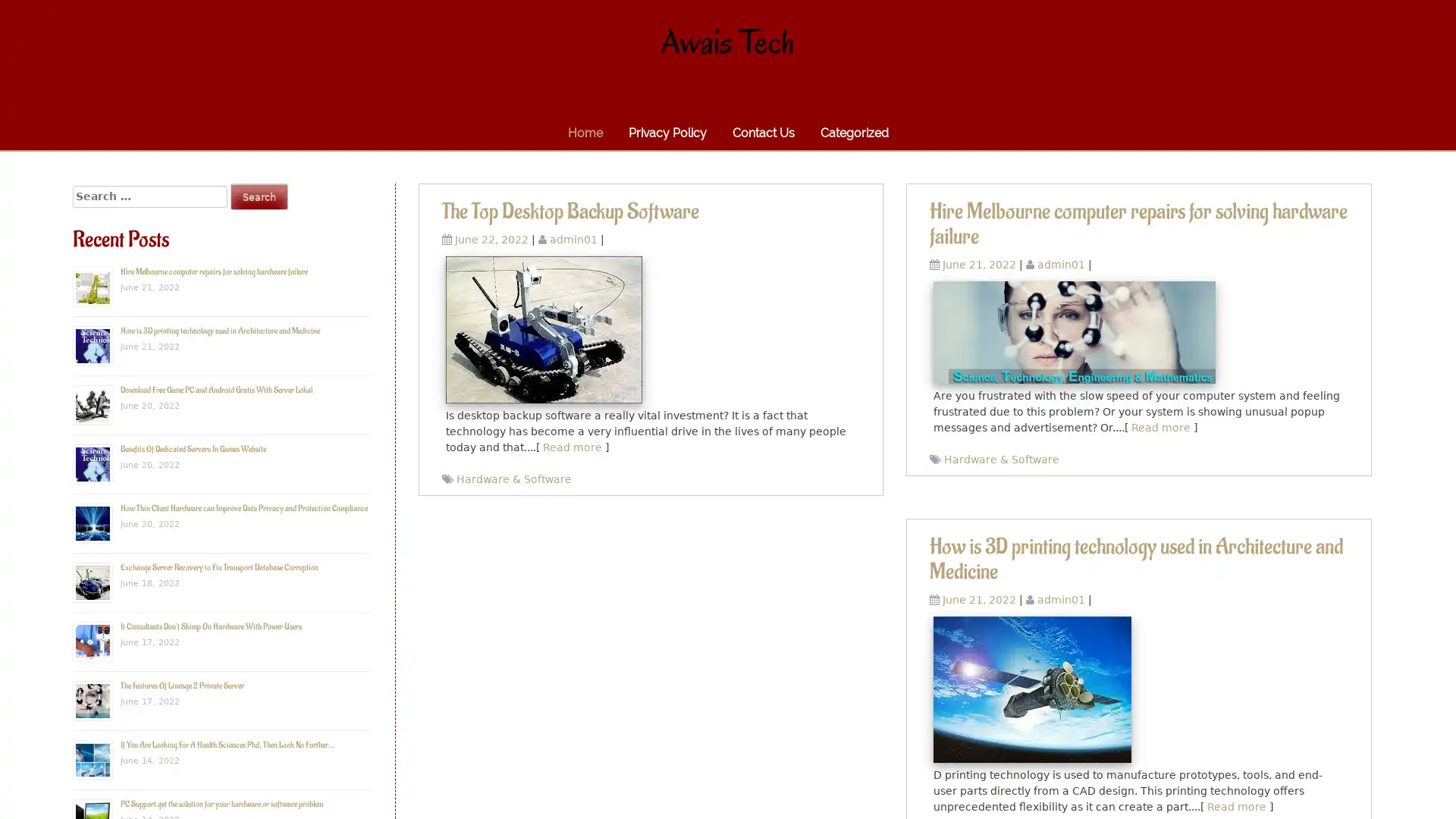 This screenshot has height=819, width=1456. I want to click on Search, so click(259, 196).